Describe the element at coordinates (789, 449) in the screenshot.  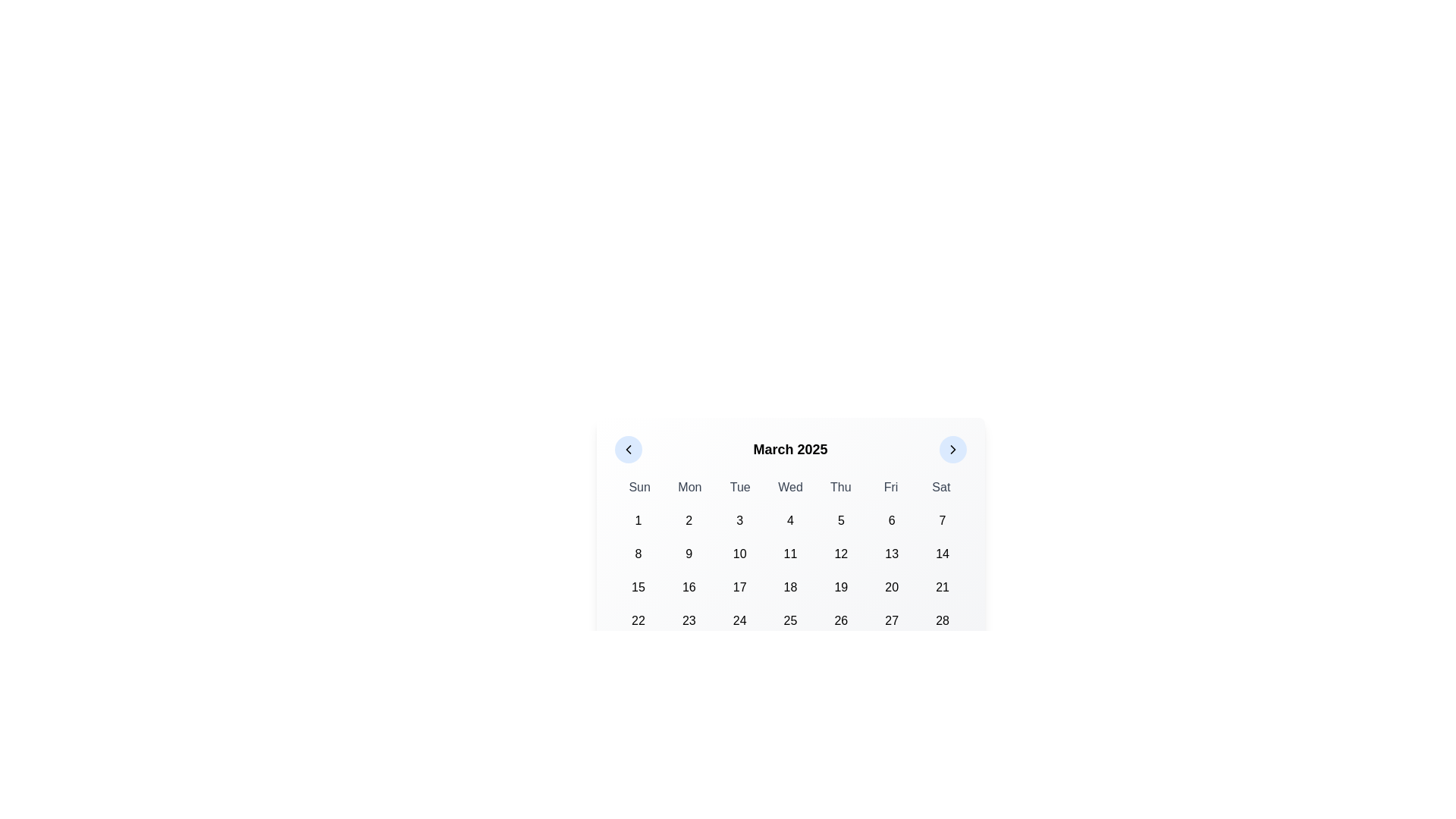
I see `the text label displaying the current month and year in the calendar interface` at that location.